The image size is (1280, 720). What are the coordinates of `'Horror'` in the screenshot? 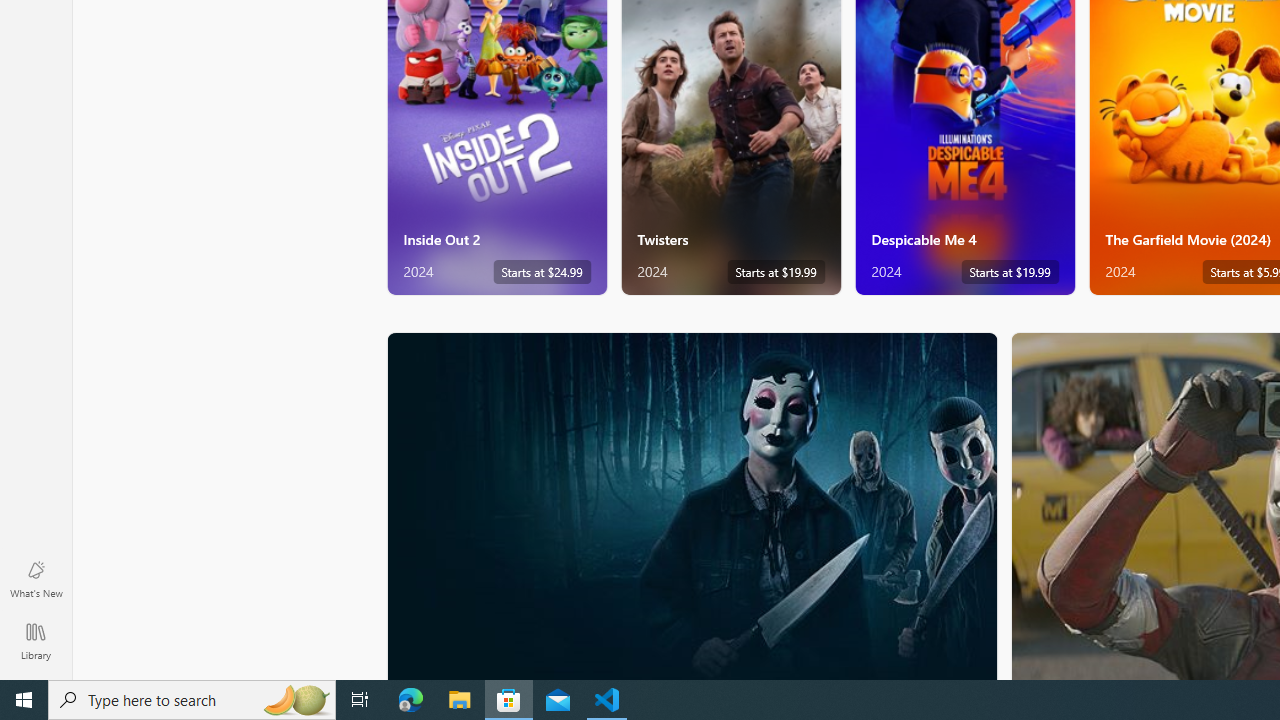 It's located at (692, 504).